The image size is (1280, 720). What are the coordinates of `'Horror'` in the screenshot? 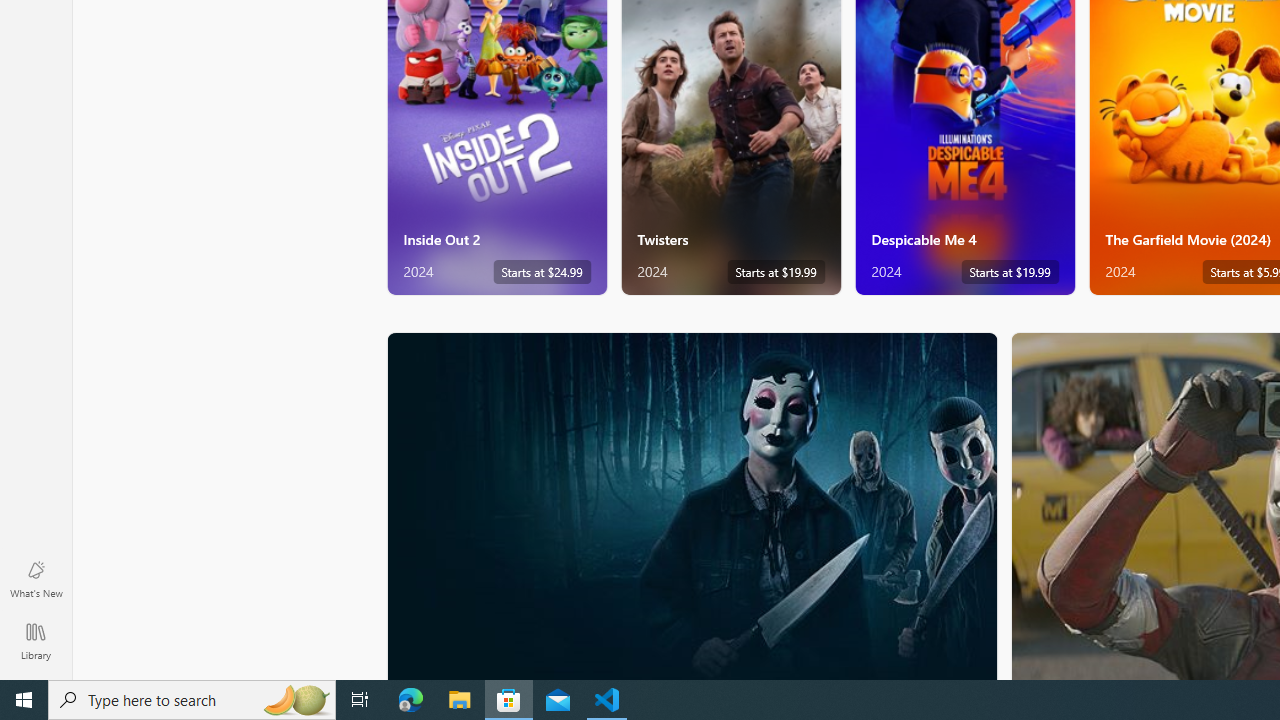 It's located at (692, 504).